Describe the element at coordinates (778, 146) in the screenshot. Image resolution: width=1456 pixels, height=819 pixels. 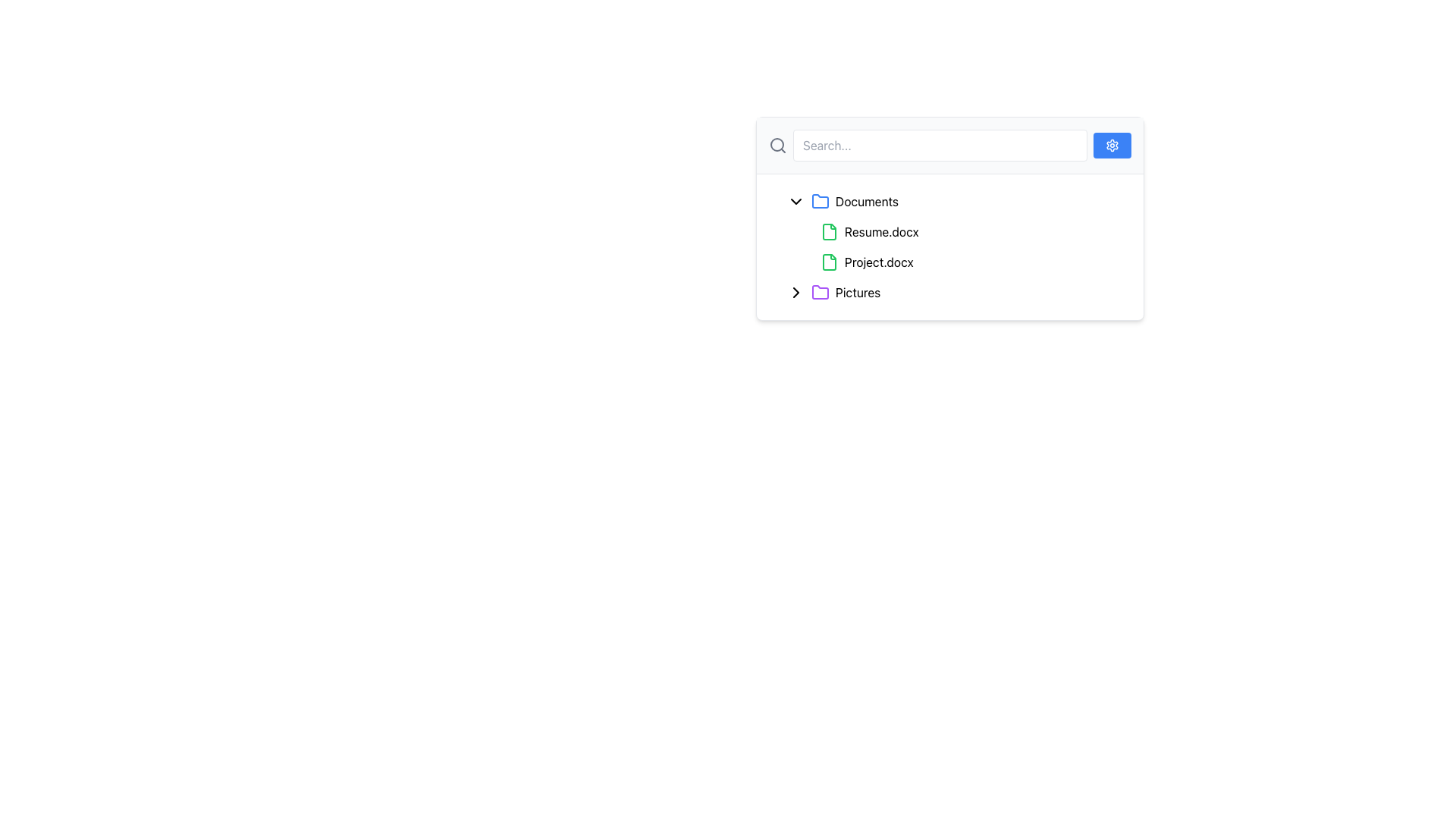
I see `the magnifying glass icon located to the left of the search bar, which represents the search functionality` at that location.